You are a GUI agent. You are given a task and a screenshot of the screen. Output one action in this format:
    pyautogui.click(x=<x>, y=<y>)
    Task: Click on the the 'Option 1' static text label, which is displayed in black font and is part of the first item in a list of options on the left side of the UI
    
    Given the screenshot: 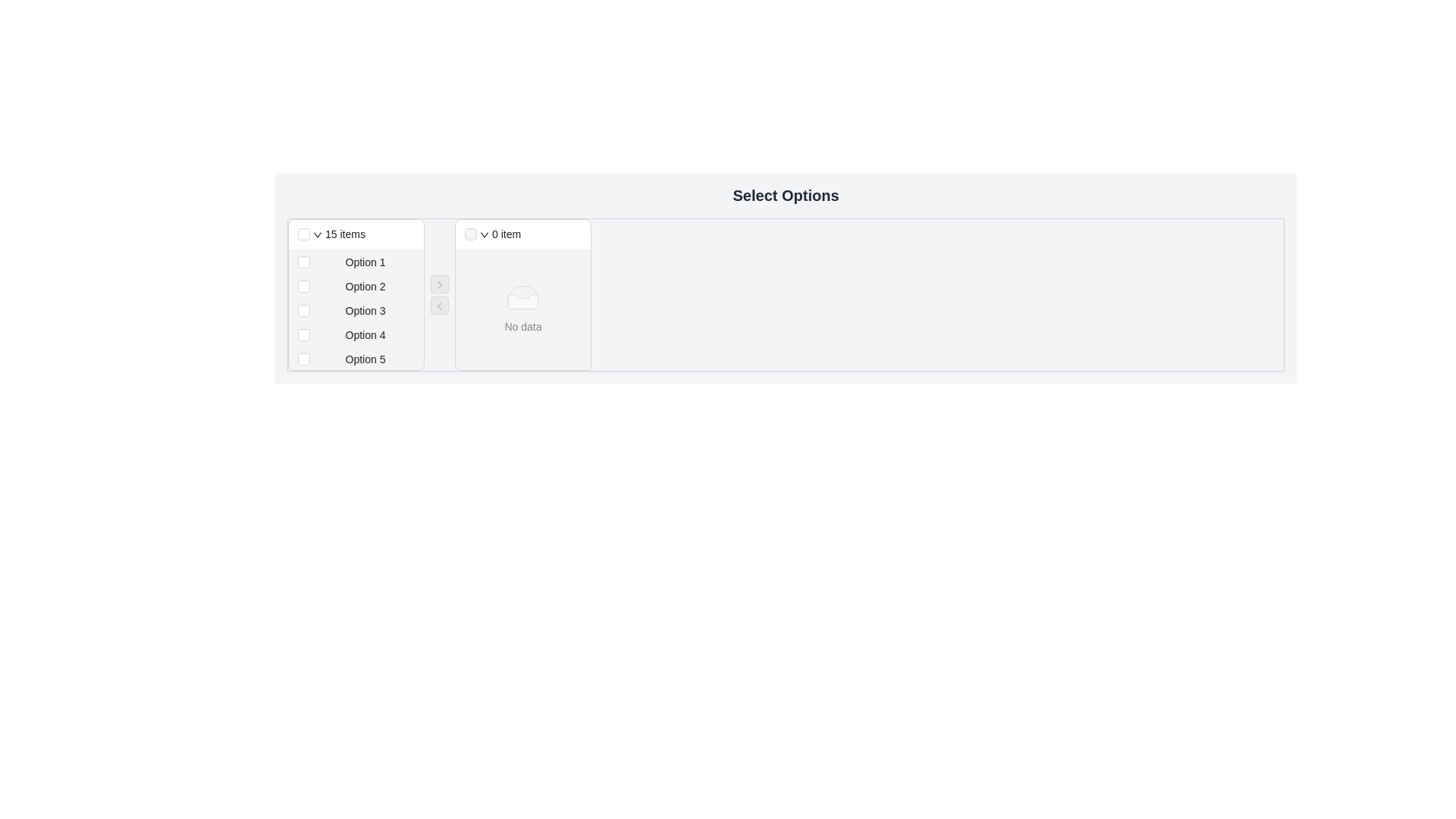 What is the action you would take?
    pyautogui.click(x=365, y=262)
    